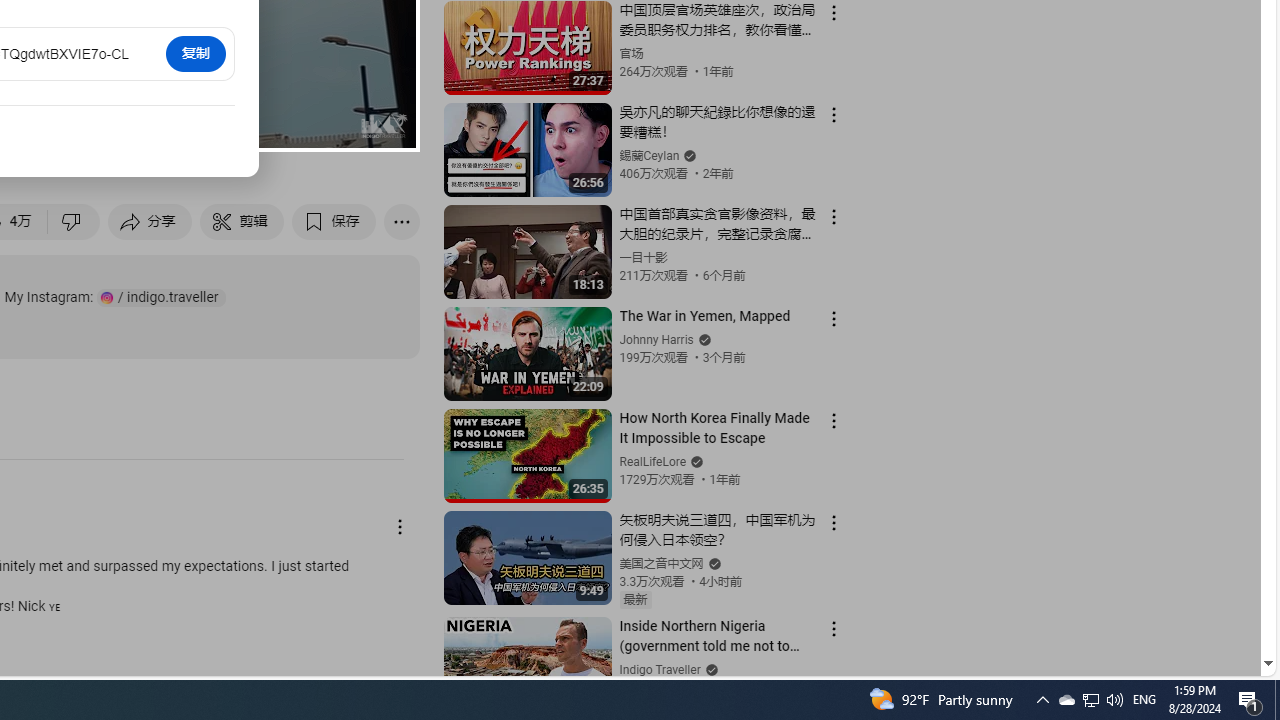 This screenshot has width=1280, height=720. I want to click on 'Instagram Channel Link: indigo.traveller', so click(161, 297).